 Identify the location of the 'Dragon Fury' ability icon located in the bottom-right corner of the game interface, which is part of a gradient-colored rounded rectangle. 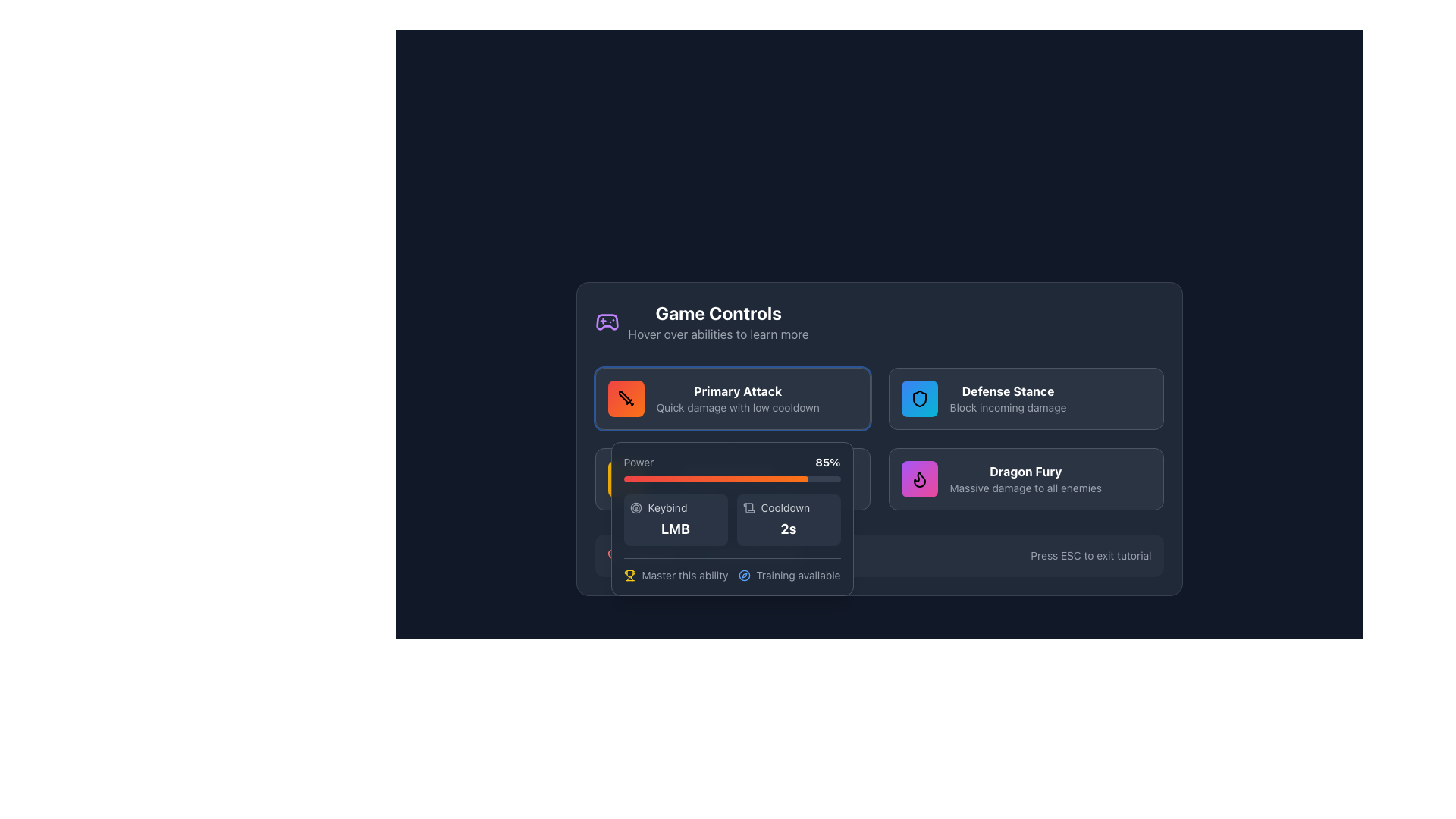
(918, 479).